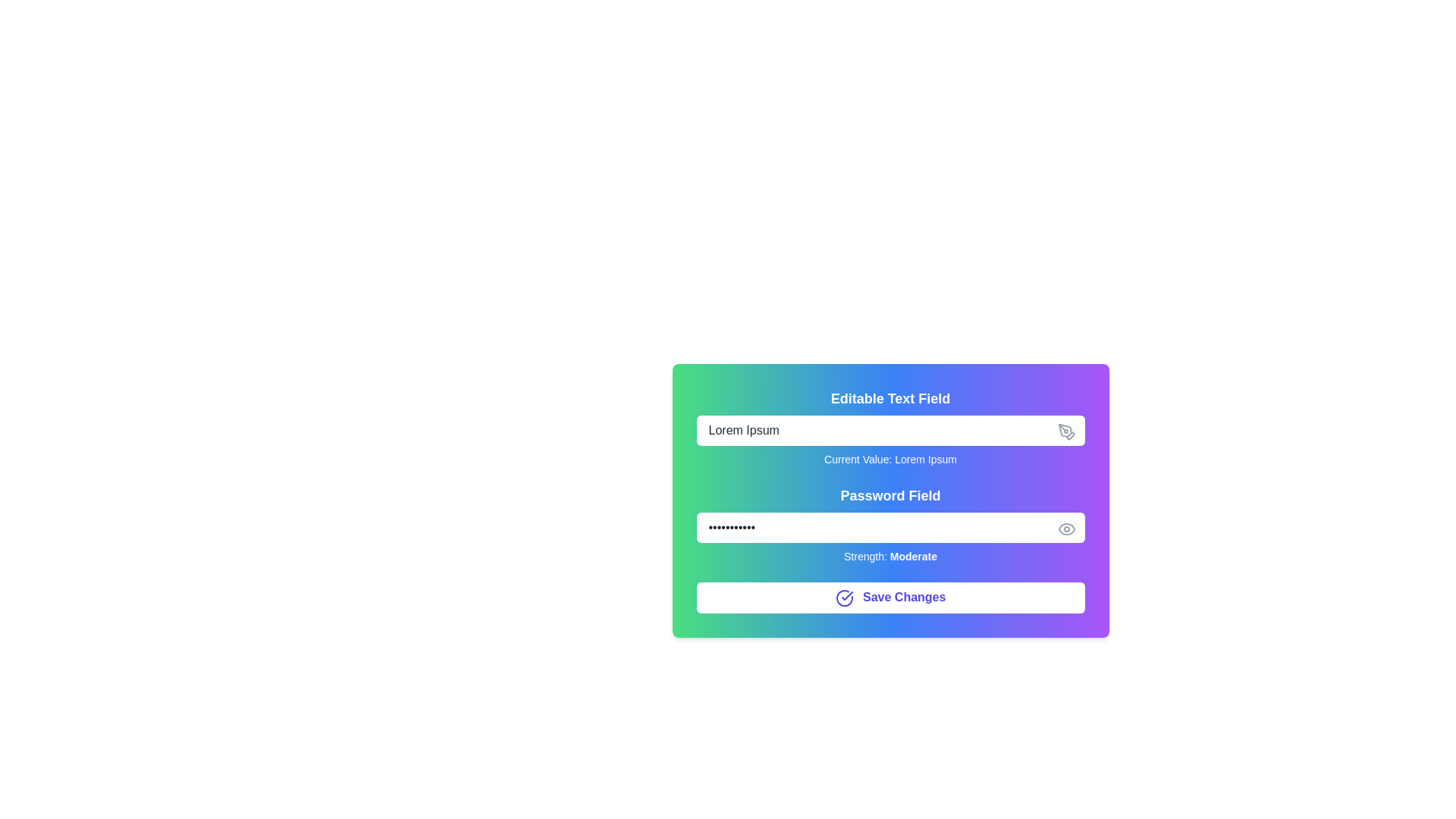  Describe the element at coordinates (1065, 432) in the screenshot. I see `the edit icon button located at the upper right of the editable text field with the placeholder 'Lorem Ipsum' to initiate edit mode` at that location.